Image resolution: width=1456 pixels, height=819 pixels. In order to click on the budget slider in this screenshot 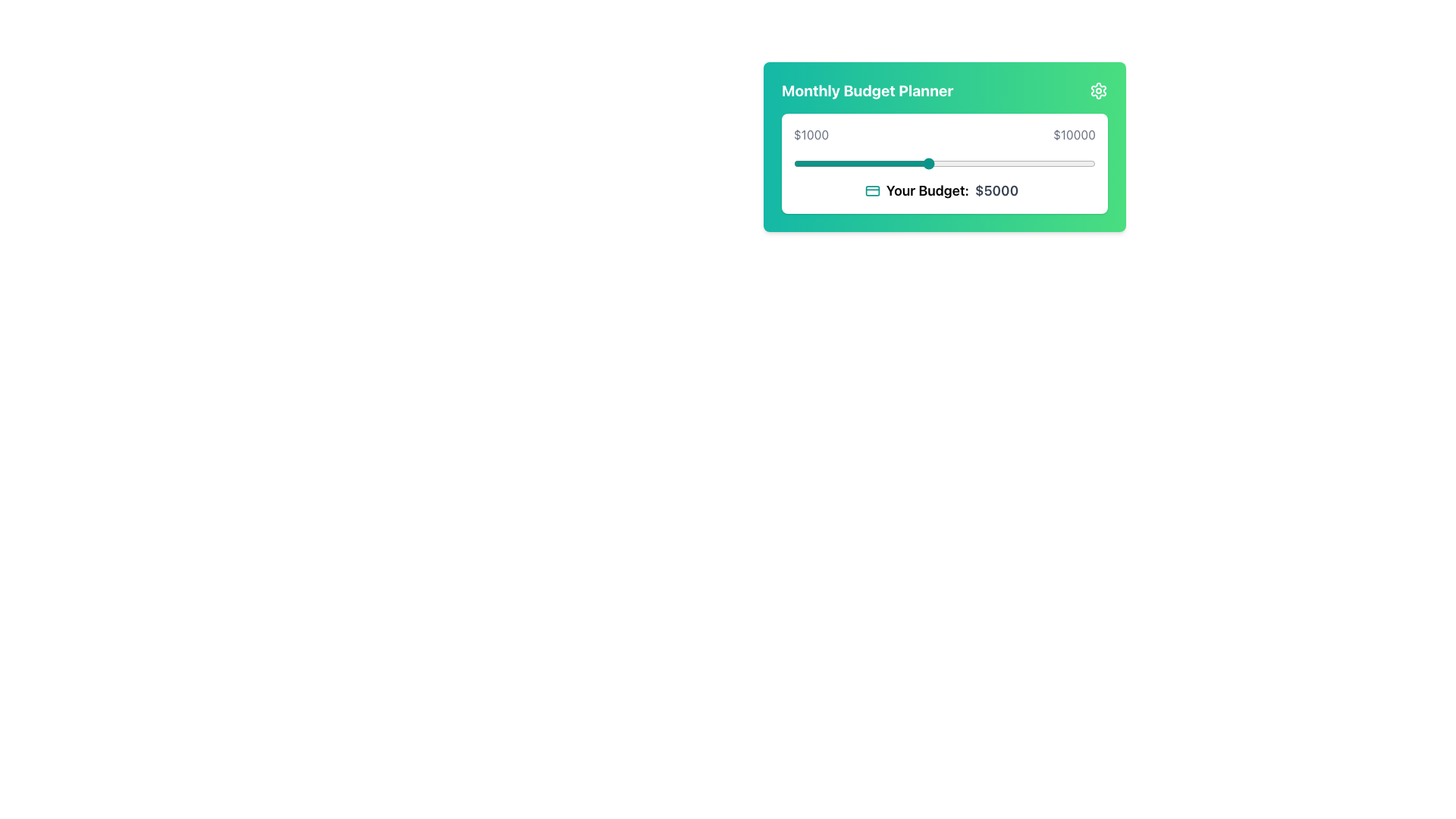, I will do `click(1028, 164)`.